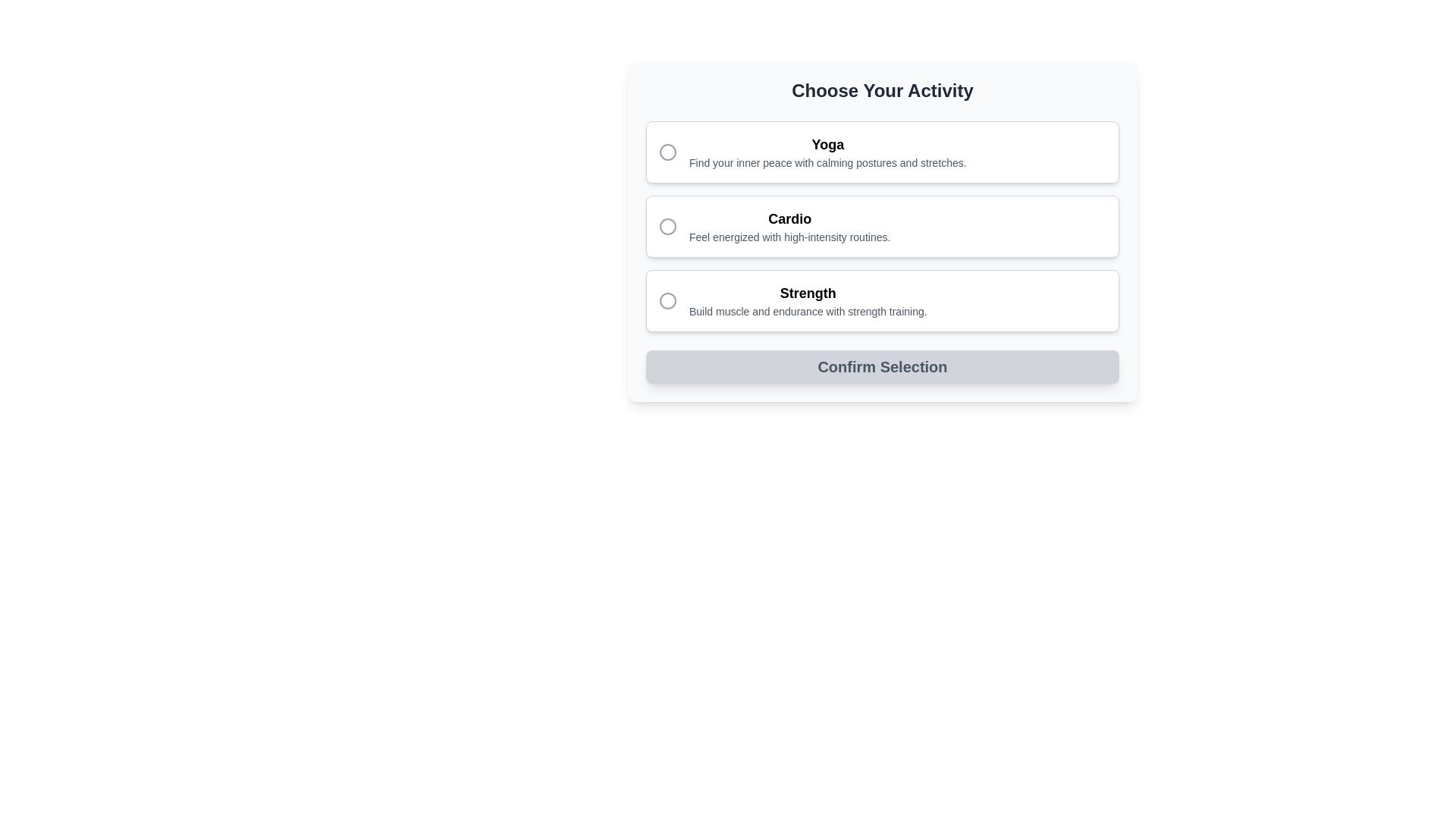  What do you see at coordinates (792, 301) in the screenshot?
I see `the icon on the third clickable card labeled 'Strength' in the vertical list of activity choices` at bounding box center [792, 301].